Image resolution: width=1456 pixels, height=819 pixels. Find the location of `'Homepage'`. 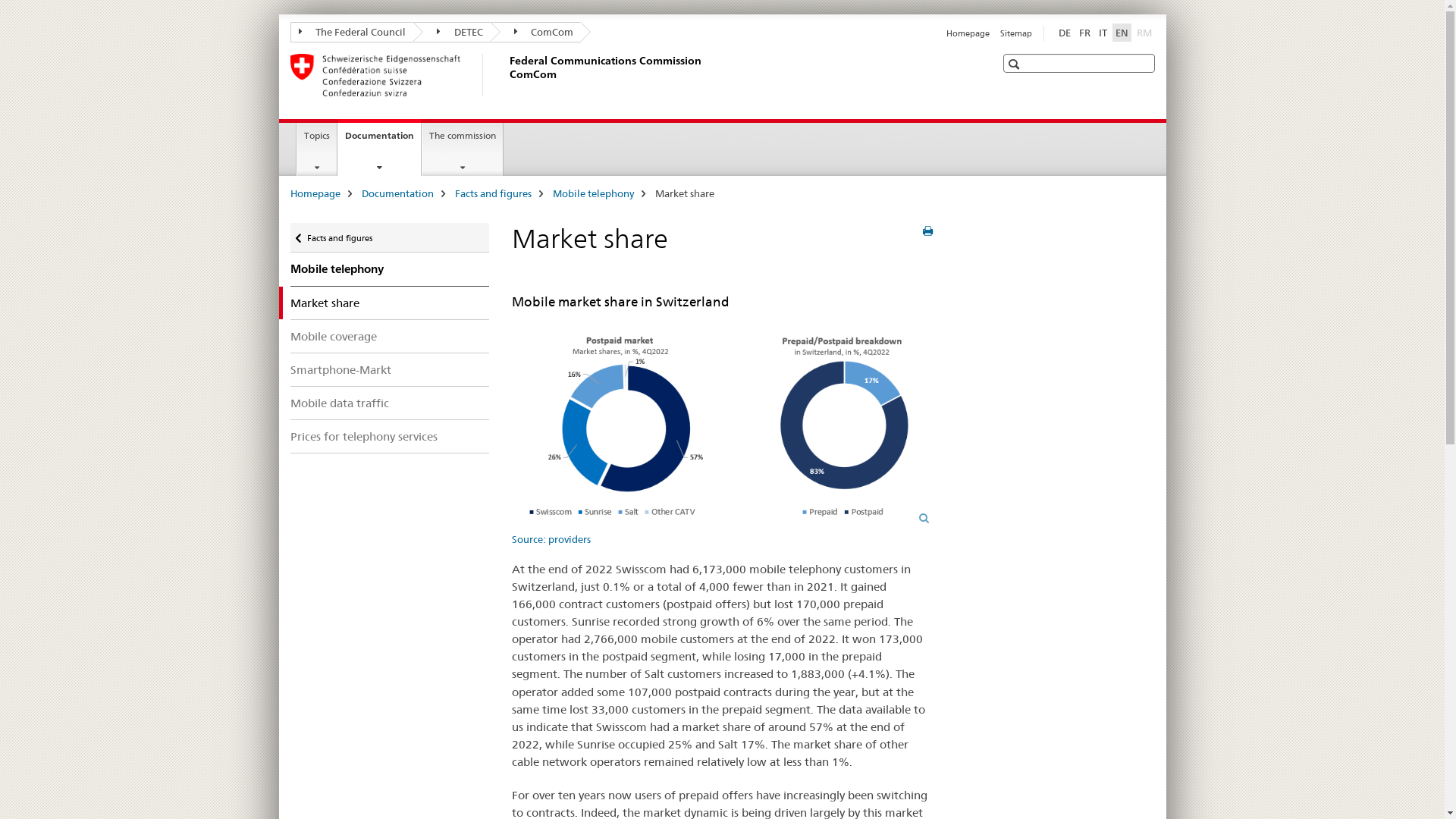

'Homepage' is located at coordinates (313, 192).